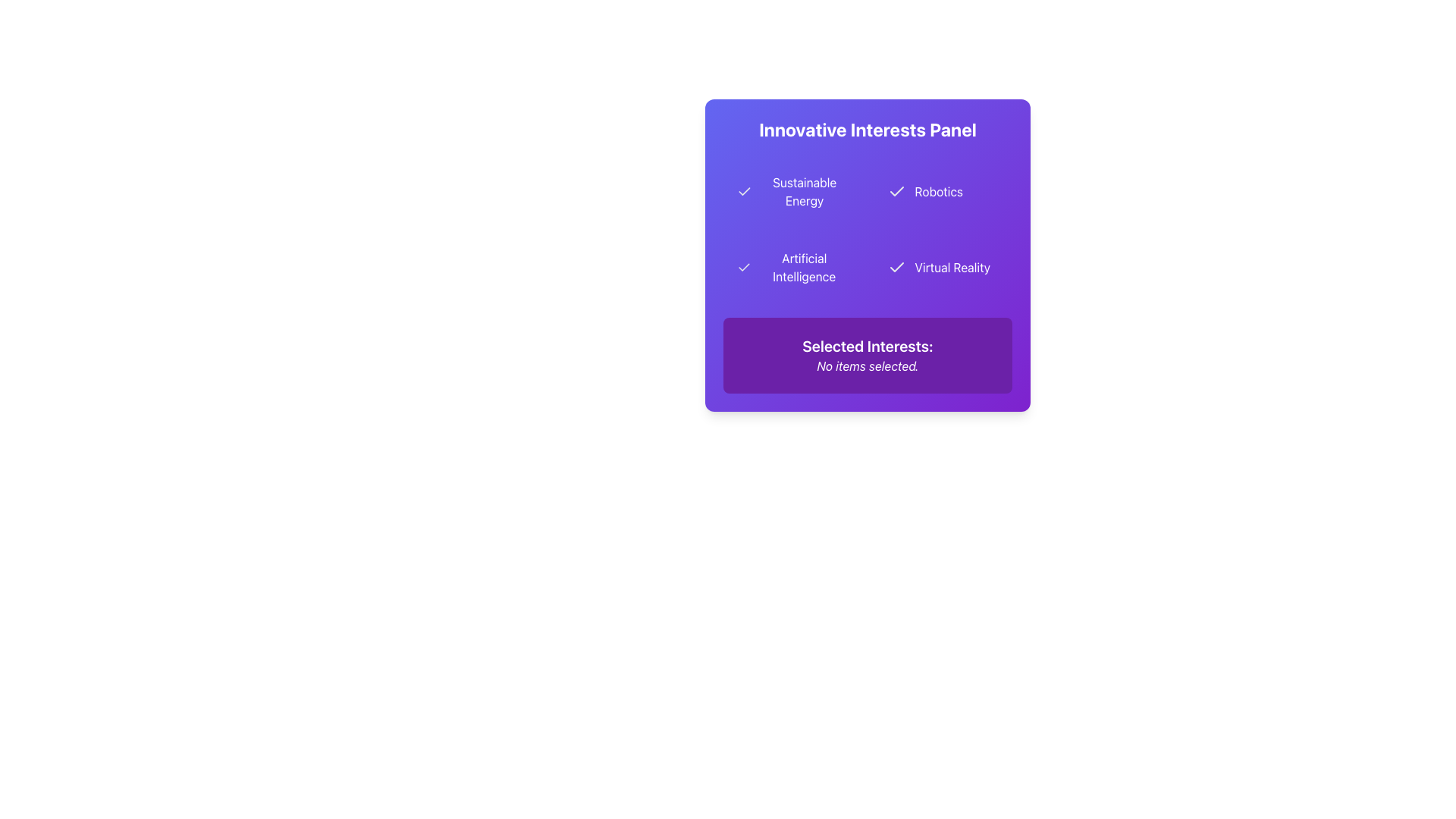  What do you see at coordinates (744, 267) in the screenshot?
I see `the checkmark icon (✔️) within the 'Innovative Interests Panel' that represents the 'Artificial Intelligence' option` at bounding box center [744, 267].